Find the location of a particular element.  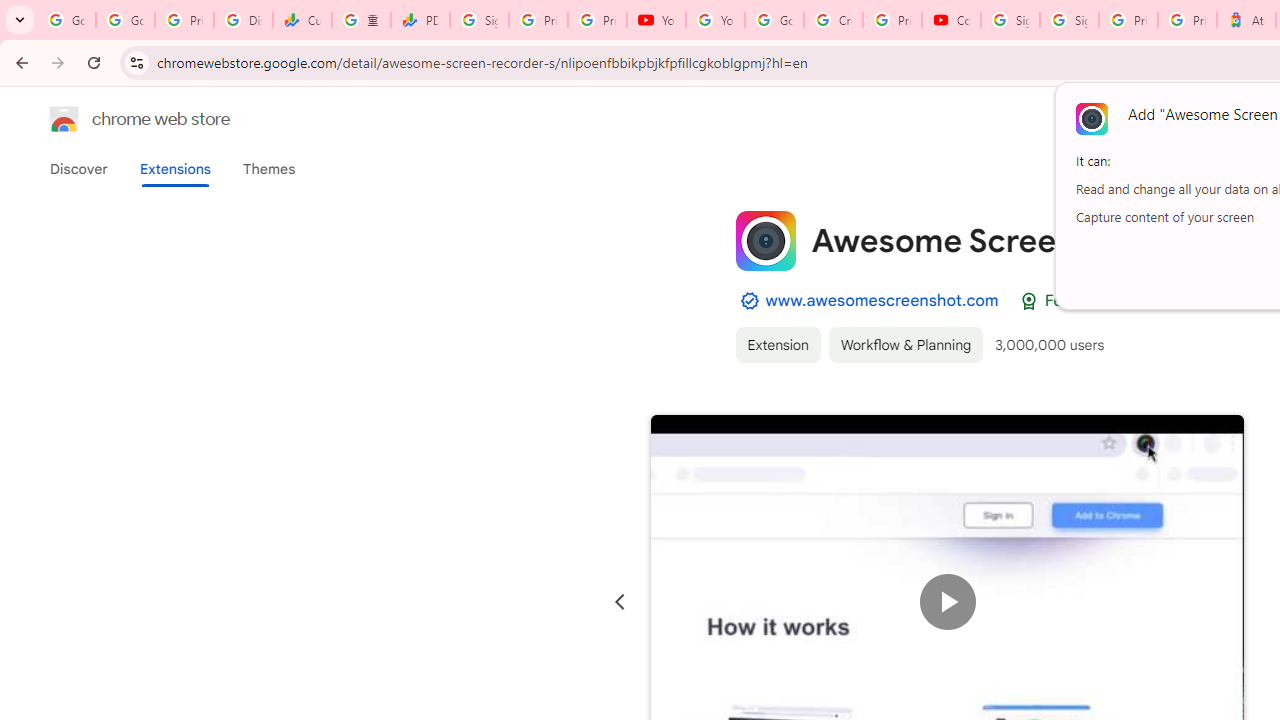

'Item logo image for Awesome Screen Recorder & Screenshot' is located at coordinates (764, 239).